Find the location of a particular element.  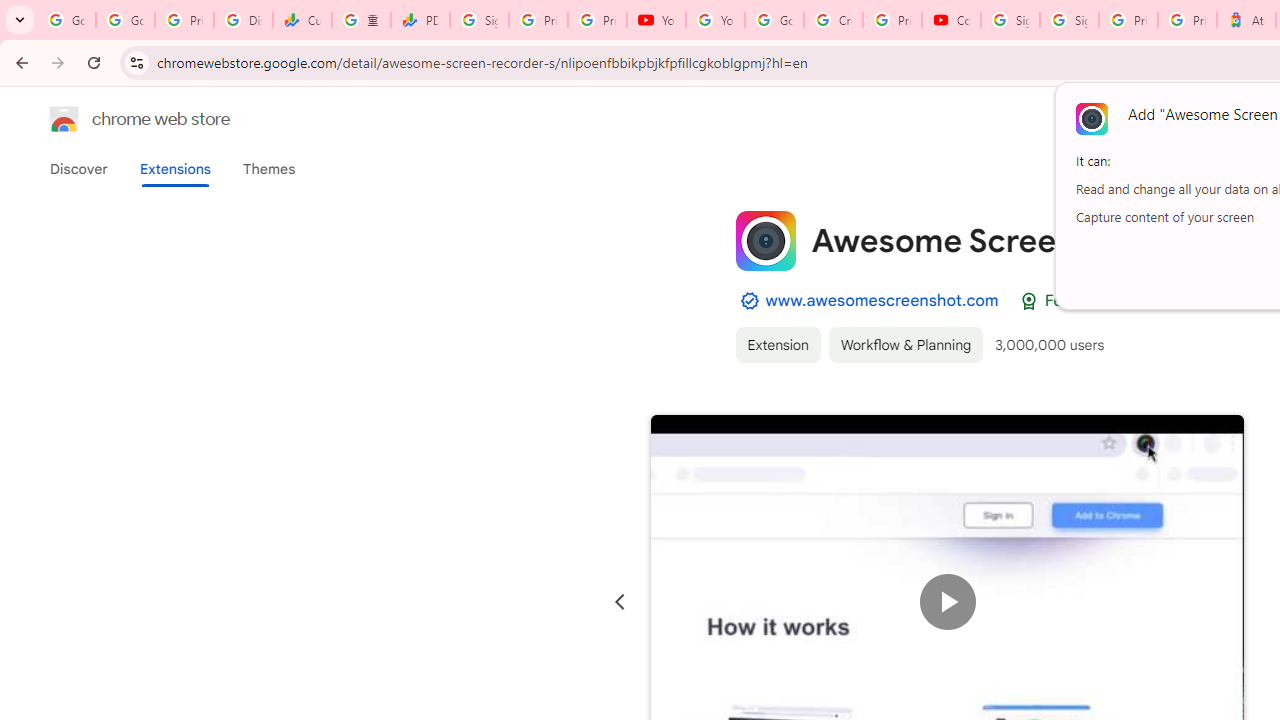

'Item logo image for Awesome Screen Recorder & Screenshot' is located at coordinates (764, 239).